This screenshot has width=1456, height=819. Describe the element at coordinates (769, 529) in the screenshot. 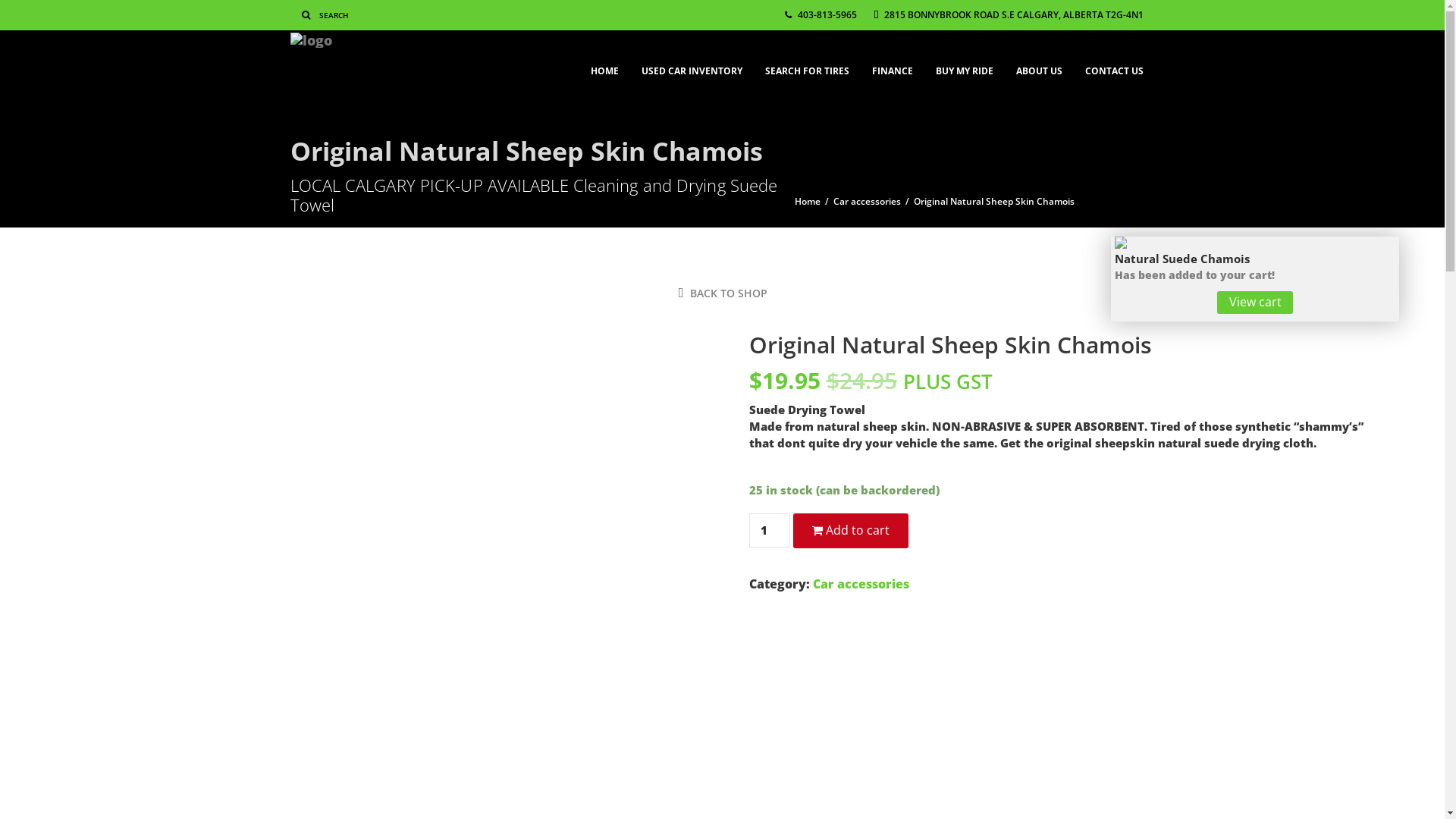

I see `'Qty'` at that location.